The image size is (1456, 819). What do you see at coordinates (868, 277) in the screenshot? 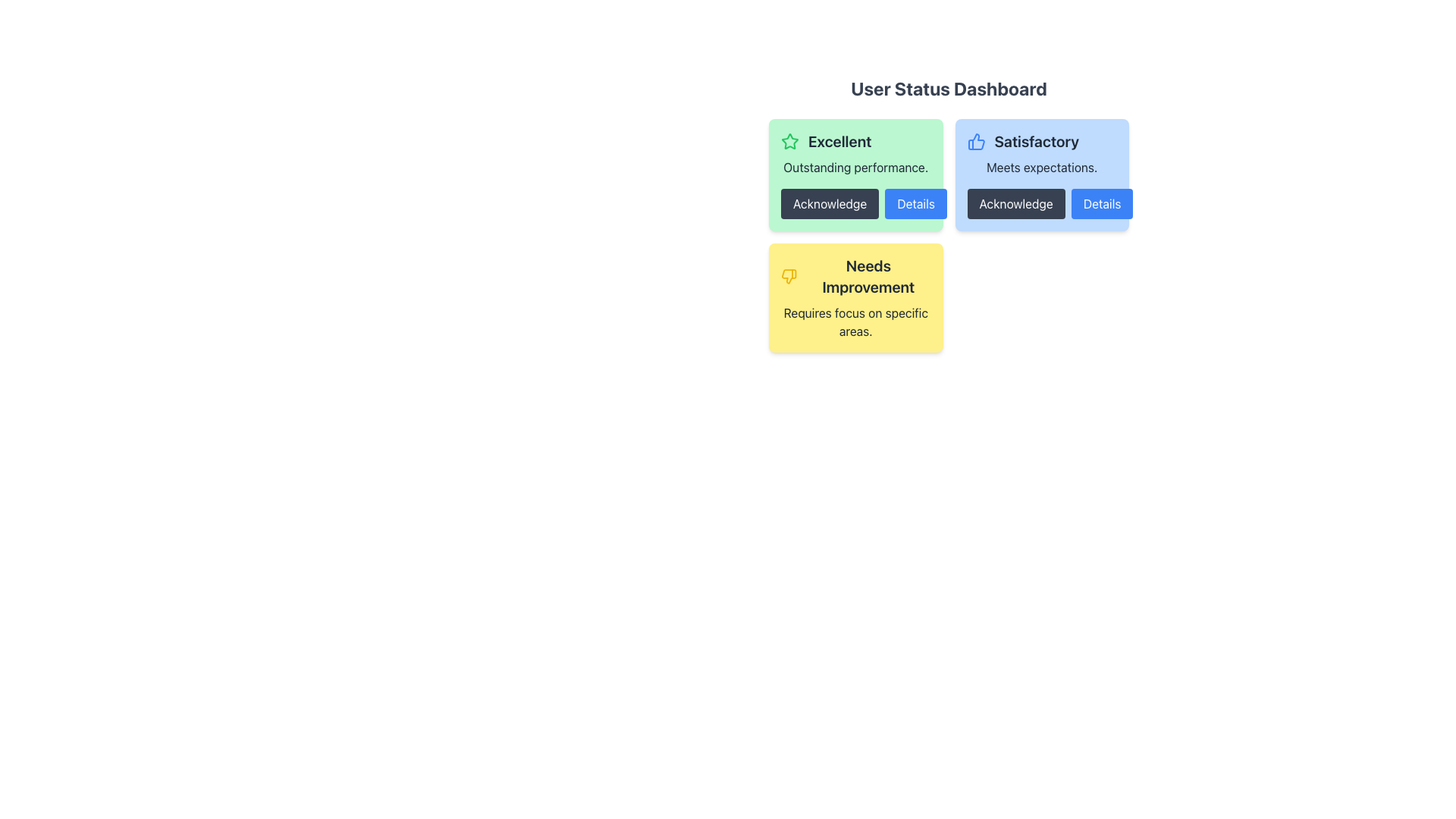
I see `the text block reading 'Needs Improvement' which is styled in bold and large font within a yellow rectangular card` at bounding box center [868, 277].